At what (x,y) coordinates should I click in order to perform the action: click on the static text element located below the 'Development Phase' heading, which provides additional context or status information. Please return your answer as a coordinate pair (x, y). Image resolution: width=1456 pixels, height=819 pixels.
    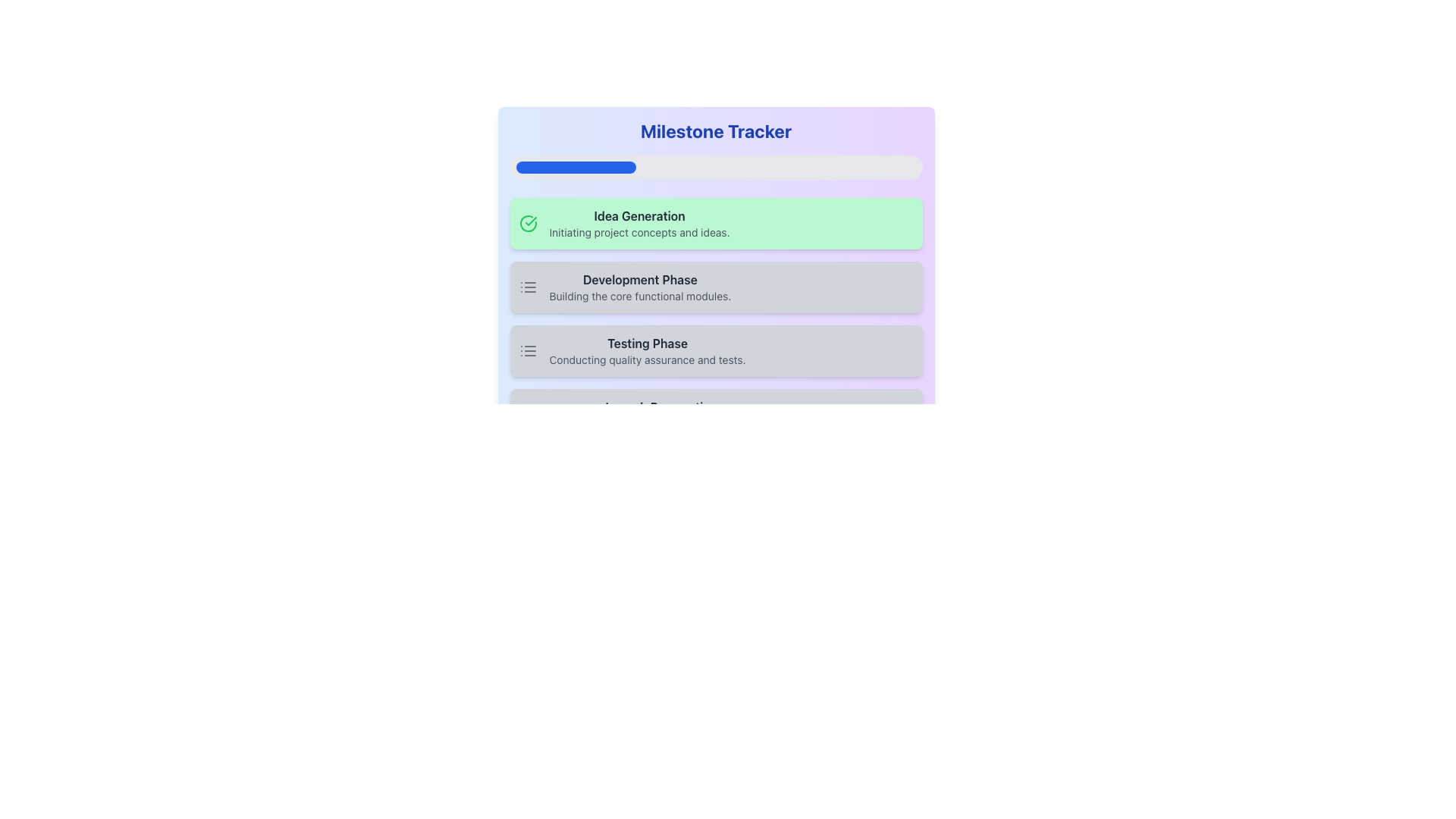
    Looking at the image, I should click on (640, 296).